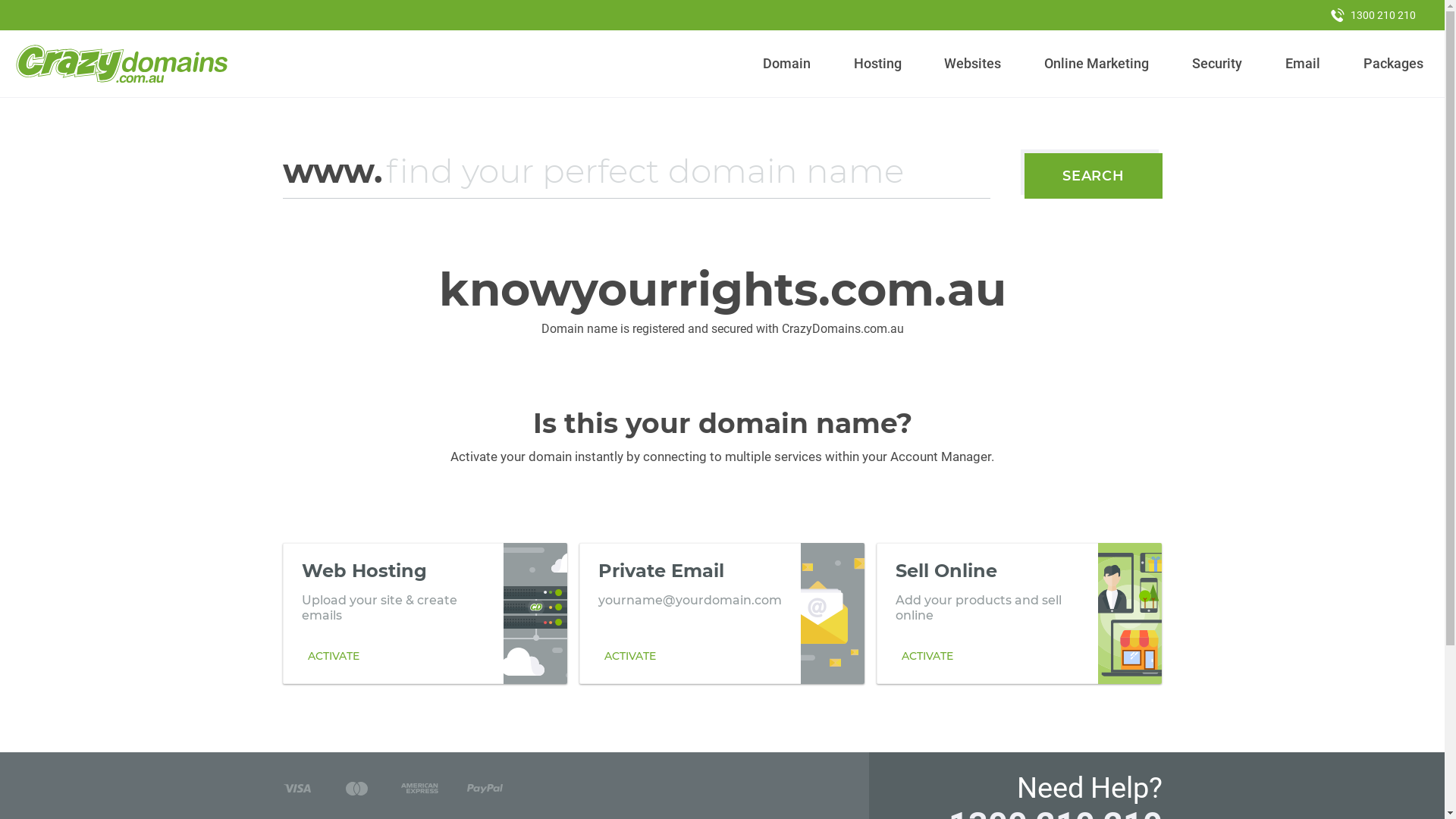 The width and height of the screenshot is (1456, 819). What do you see at coordinates (1301, 63) in the screenshot?
I see `'Email'` at bounding box center [1301, 63].